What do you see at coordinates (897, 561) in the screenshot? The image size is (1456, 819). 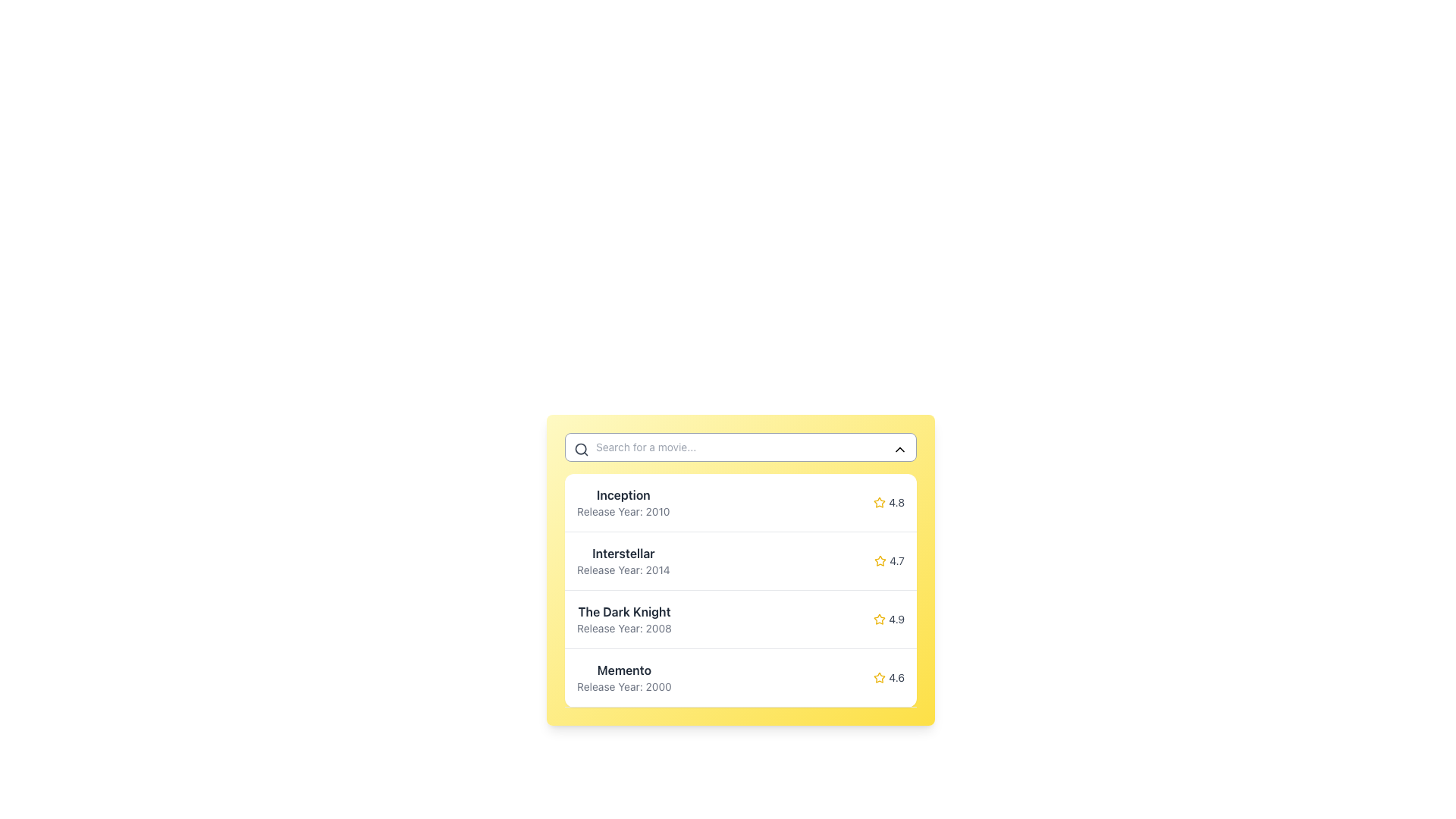 I see `the text label displaying '4.7' that is positioned next to the yellow star icon, representing the rating for the movie 'Interstellar'` at bounding box center [897, 561].